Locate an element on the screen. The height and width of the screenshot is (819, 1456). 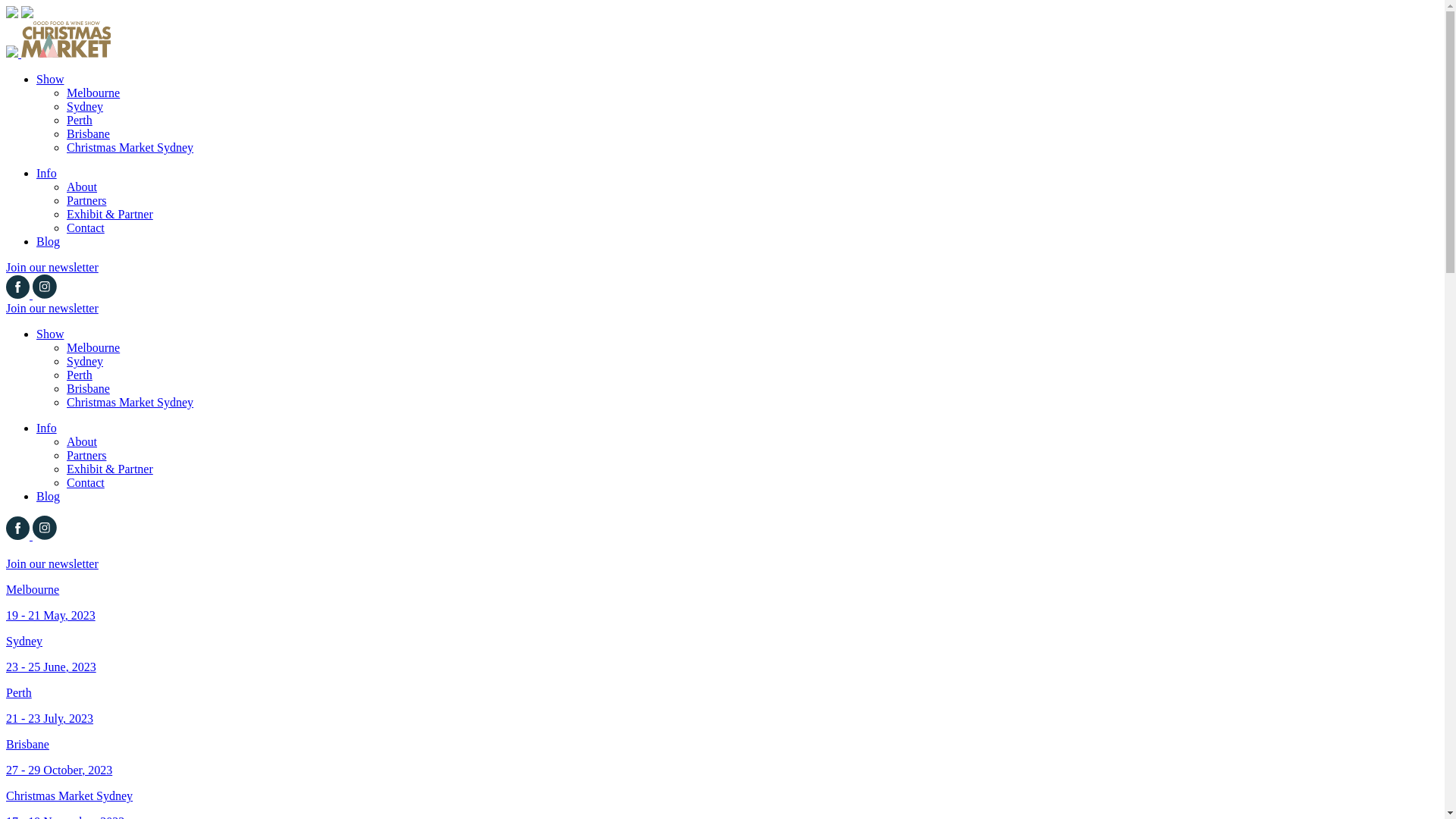
'Show' is located at coordinates (50, 79).